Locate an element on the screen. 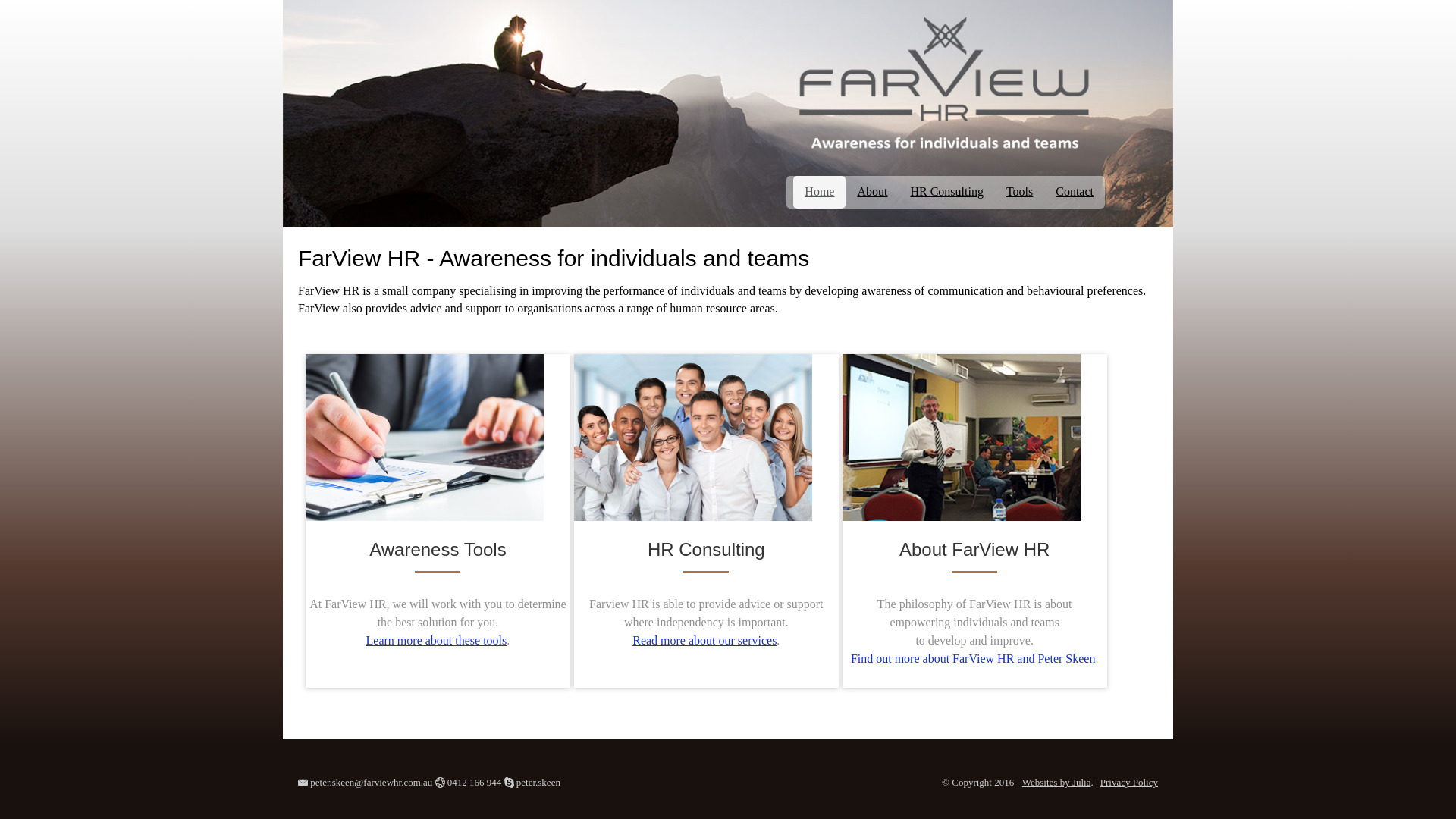  'Tools' is located at coordinates (994, 191).